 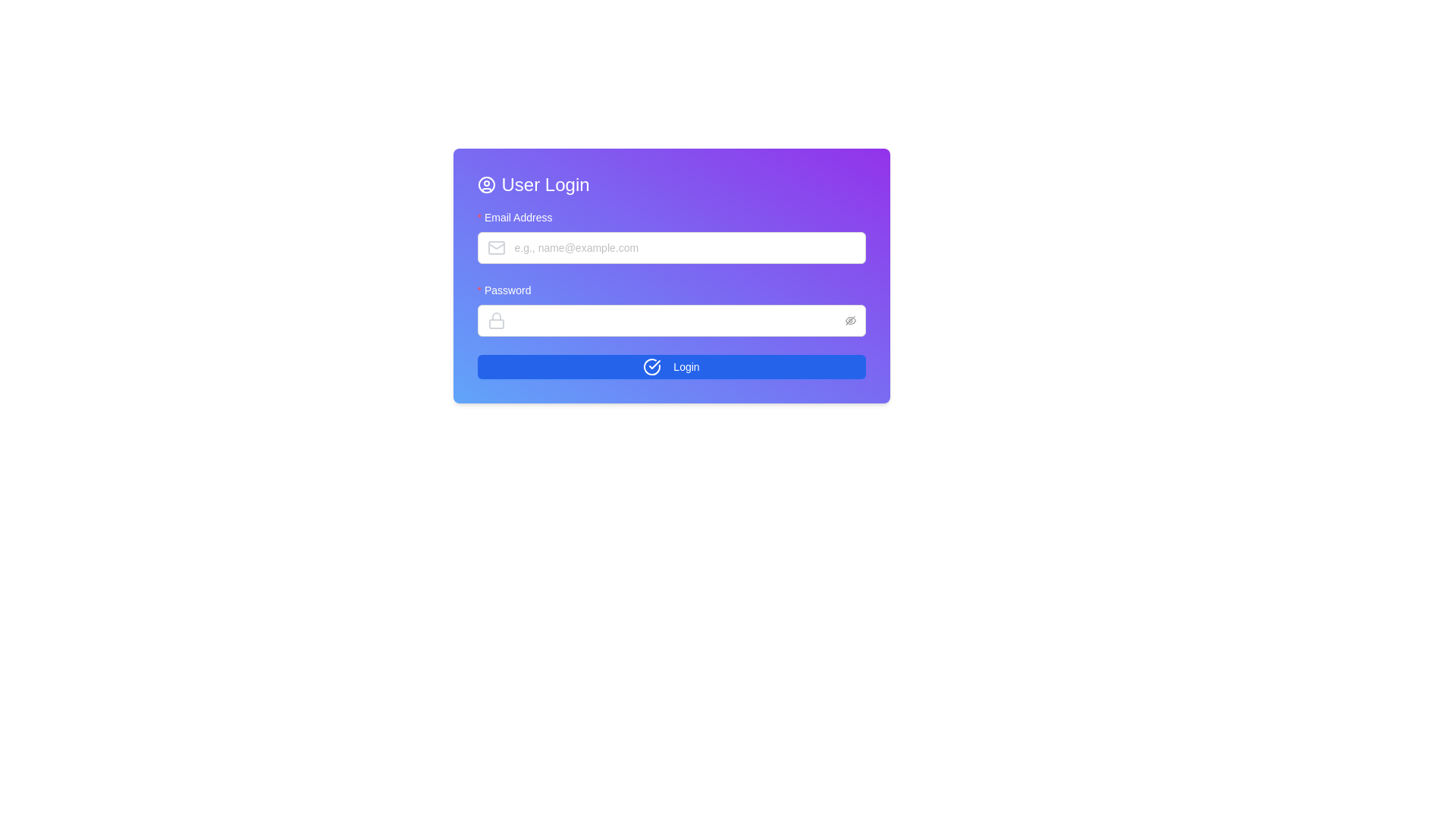 I want to click on the outermost SVG Circle representing the user profile icon located at the top-left corner of the login form, adjacent to the 'User Login' text, so click(x=486, y=184).